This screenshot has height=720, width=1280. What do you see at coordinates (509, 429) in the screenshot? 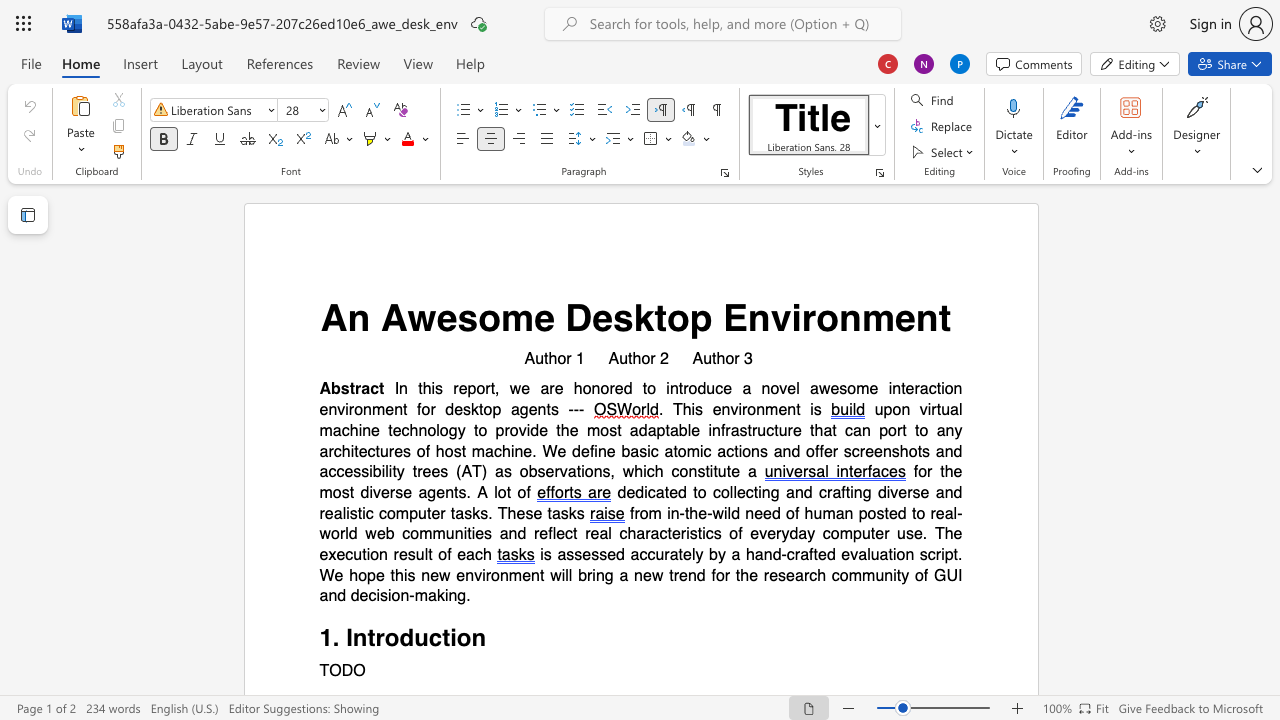
I see `the subset text "ovide the most adaptable infrastructure that can port to any architectures of host machine. We define basic atomic actions and offer screens" within the text "upon virtual machine technology to provide the most adaptable infrastructure that can port to any architectures of host machine. We define basic atomic actions and offer screenshots and accessibility trees (AT) as observations, which"` at bounding box center [509, 429].